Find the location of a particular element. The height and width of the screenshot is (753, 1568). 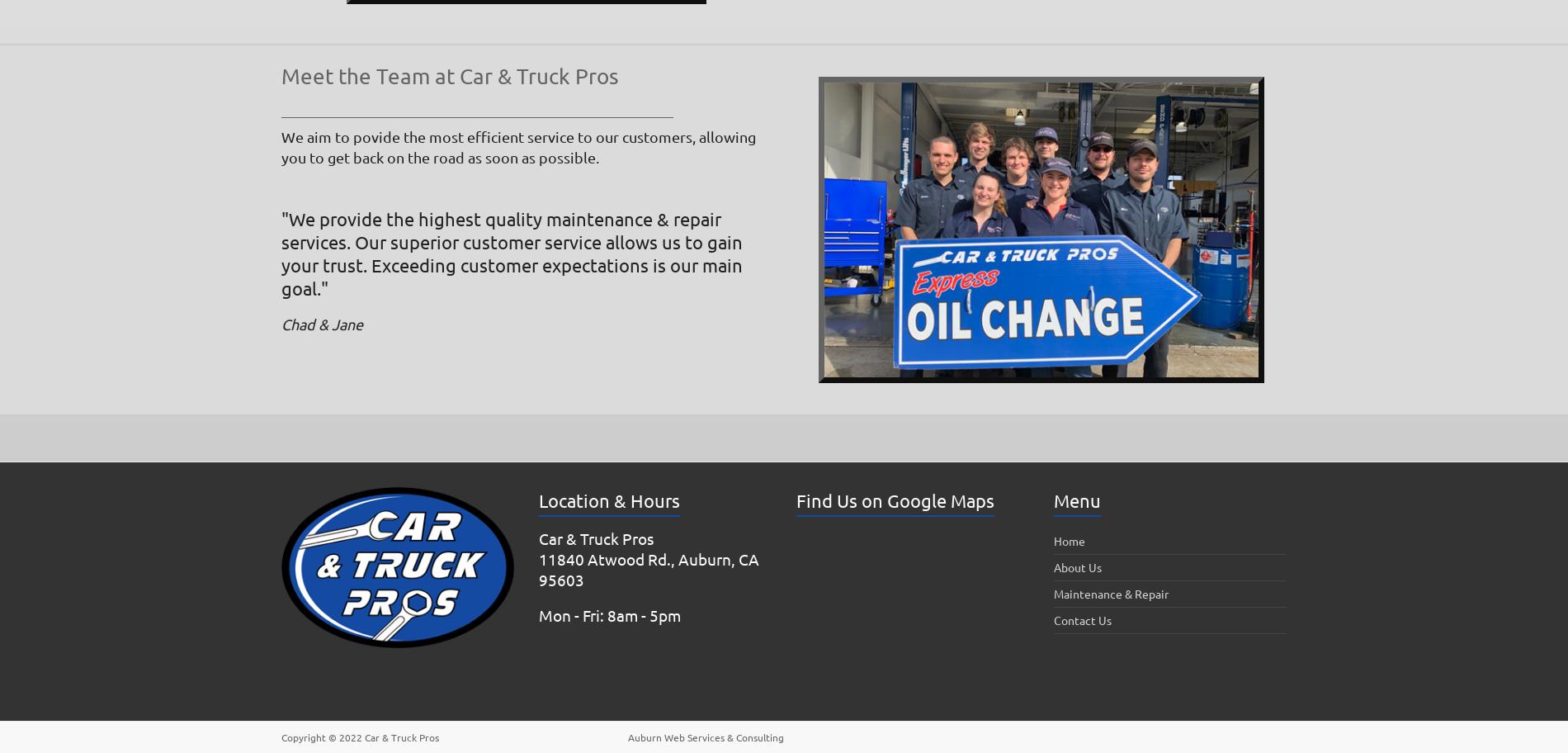

'11840 Atwood Rd., Auburn, CA 95603' is located at coordinates (539, 569).